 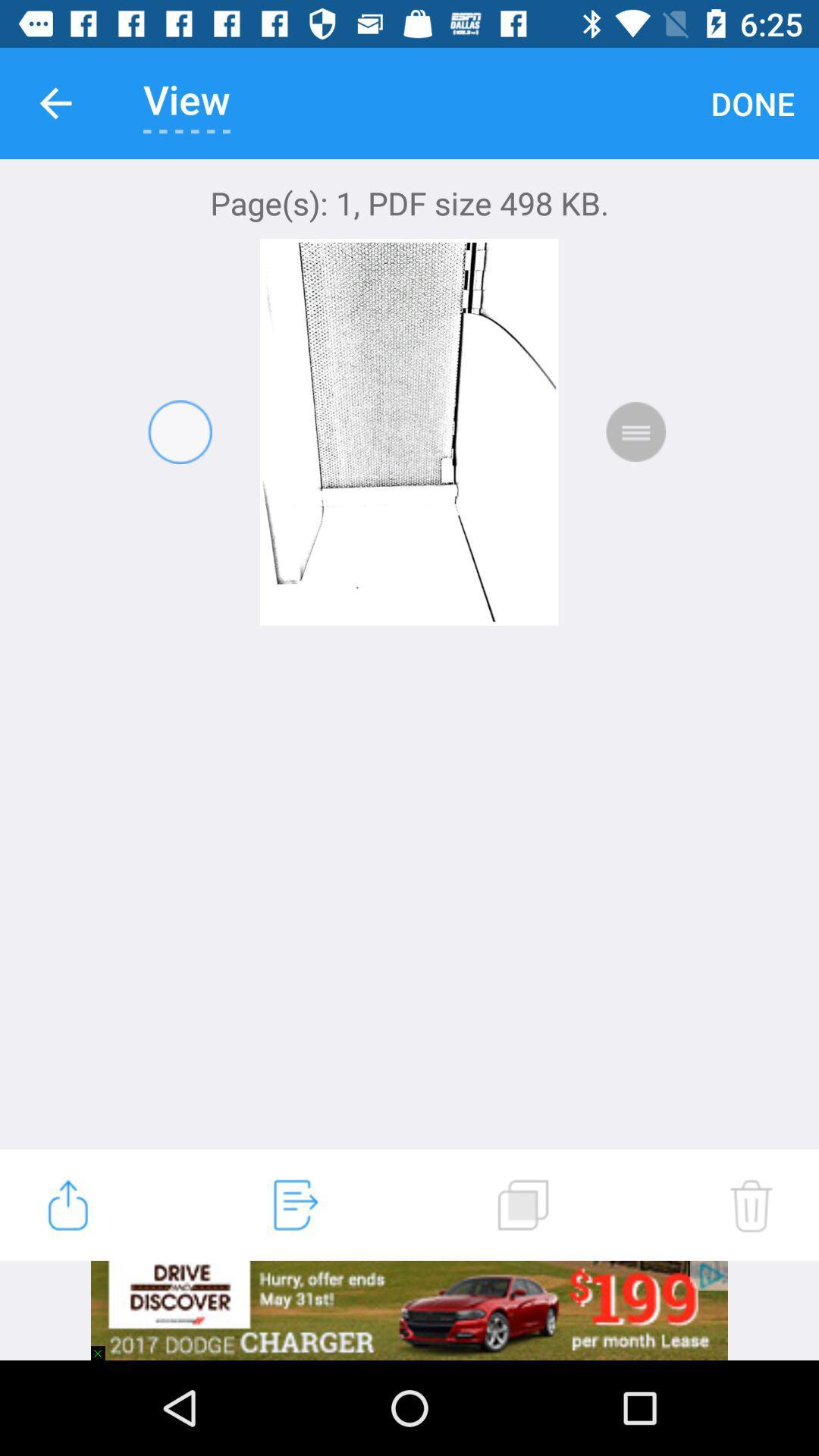 I want to click on the copy icon, so click(x=522, y=1204).